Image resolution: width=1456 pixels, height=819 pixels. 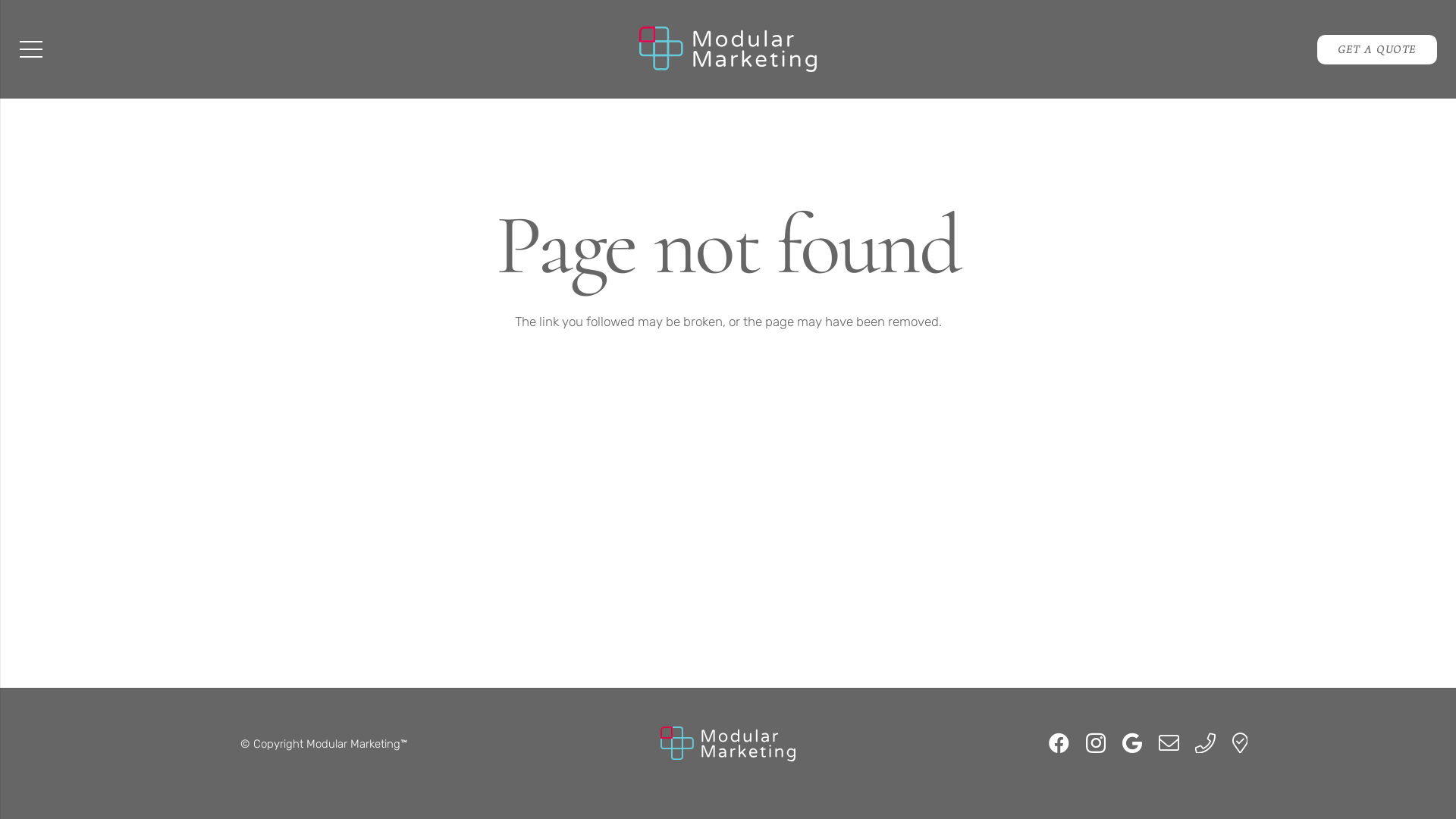 What do you see at coordinates (1204, 742) in the screenshot?
I see `'Title'` at bounding box center [1204, 742].